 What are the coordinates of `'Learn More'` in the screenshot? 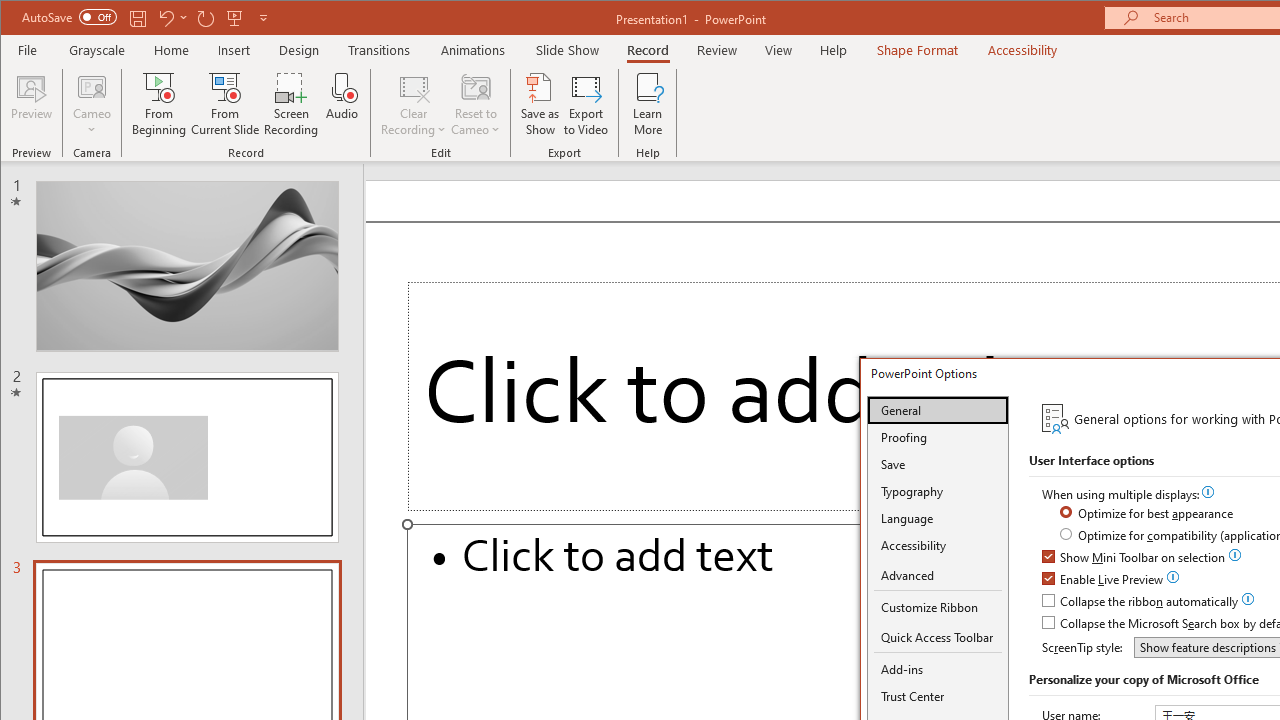 It's located at (648, 104).